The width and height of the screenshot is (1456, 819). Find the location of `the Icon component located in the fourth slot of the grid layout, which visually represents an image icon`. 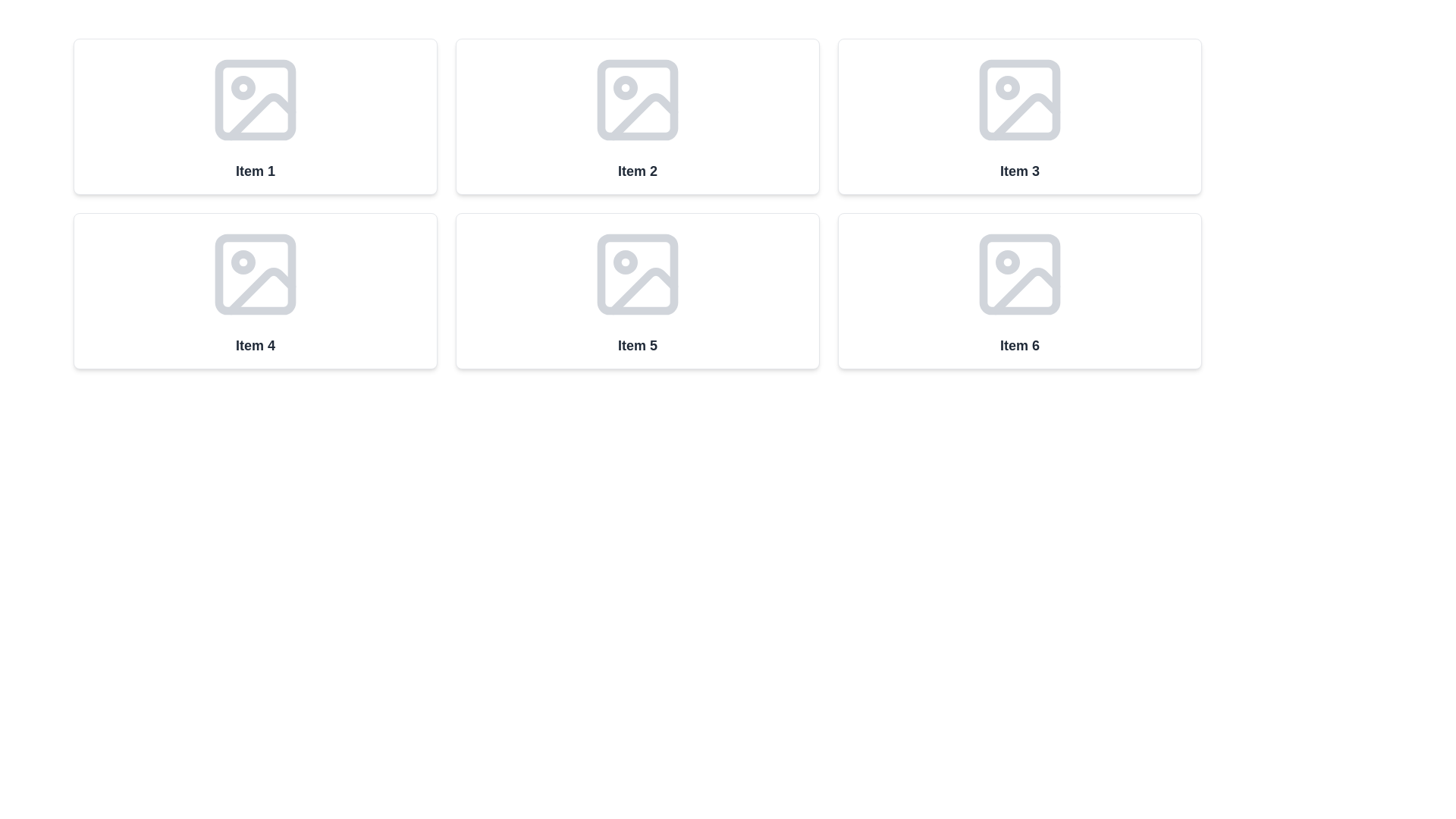

the Icon component located in the fourth slot of the grid layout, which visually represents an image icon is located at coordinates (255, 275).